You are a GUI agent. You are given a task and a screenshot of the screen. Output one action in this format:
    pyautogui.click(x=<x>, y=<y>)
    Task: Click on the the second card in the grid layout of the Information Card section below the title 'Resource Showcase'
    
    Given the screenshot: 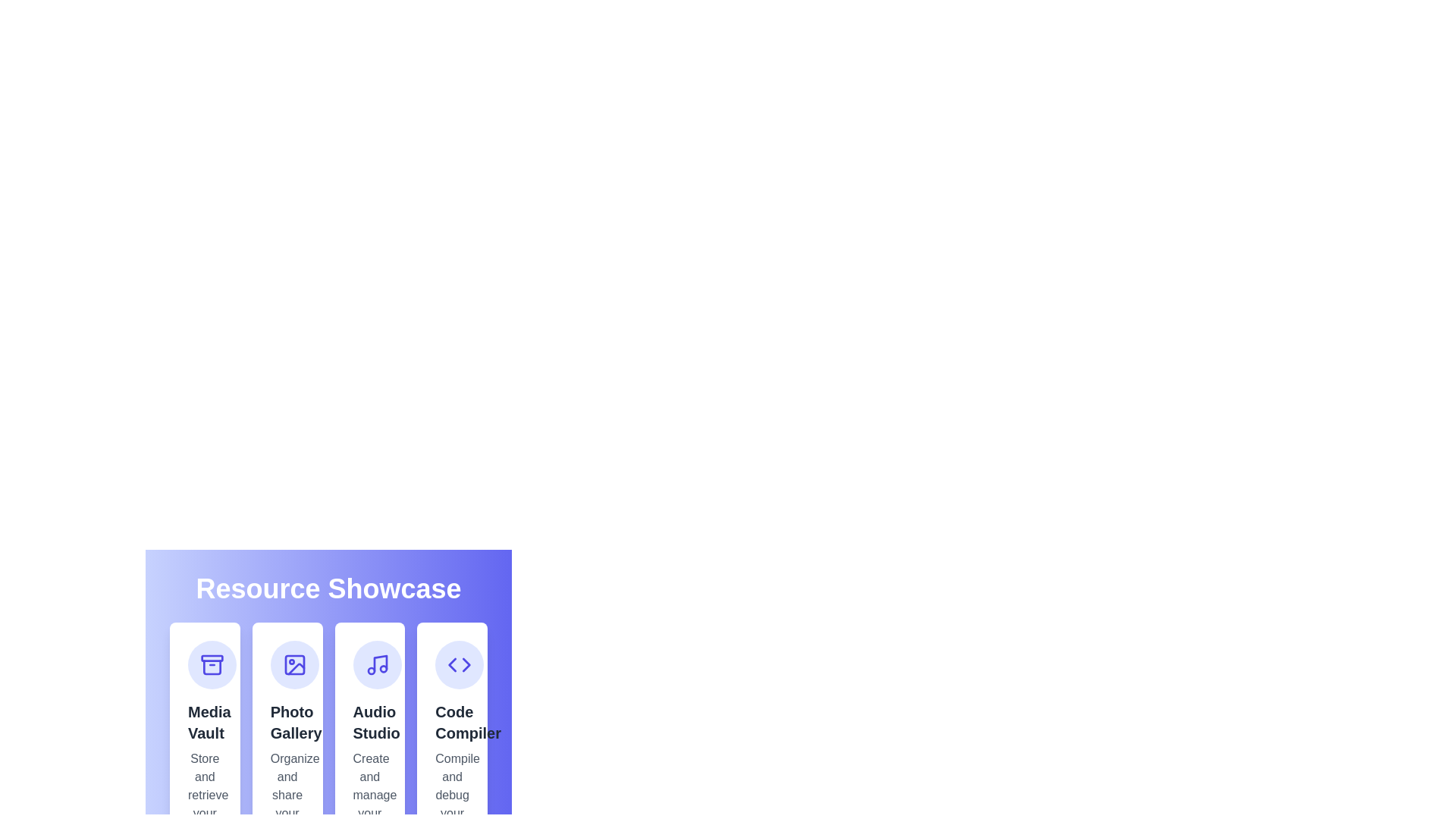 What is the action you would take?
    pyautogui.click(x=328, y=672)
    